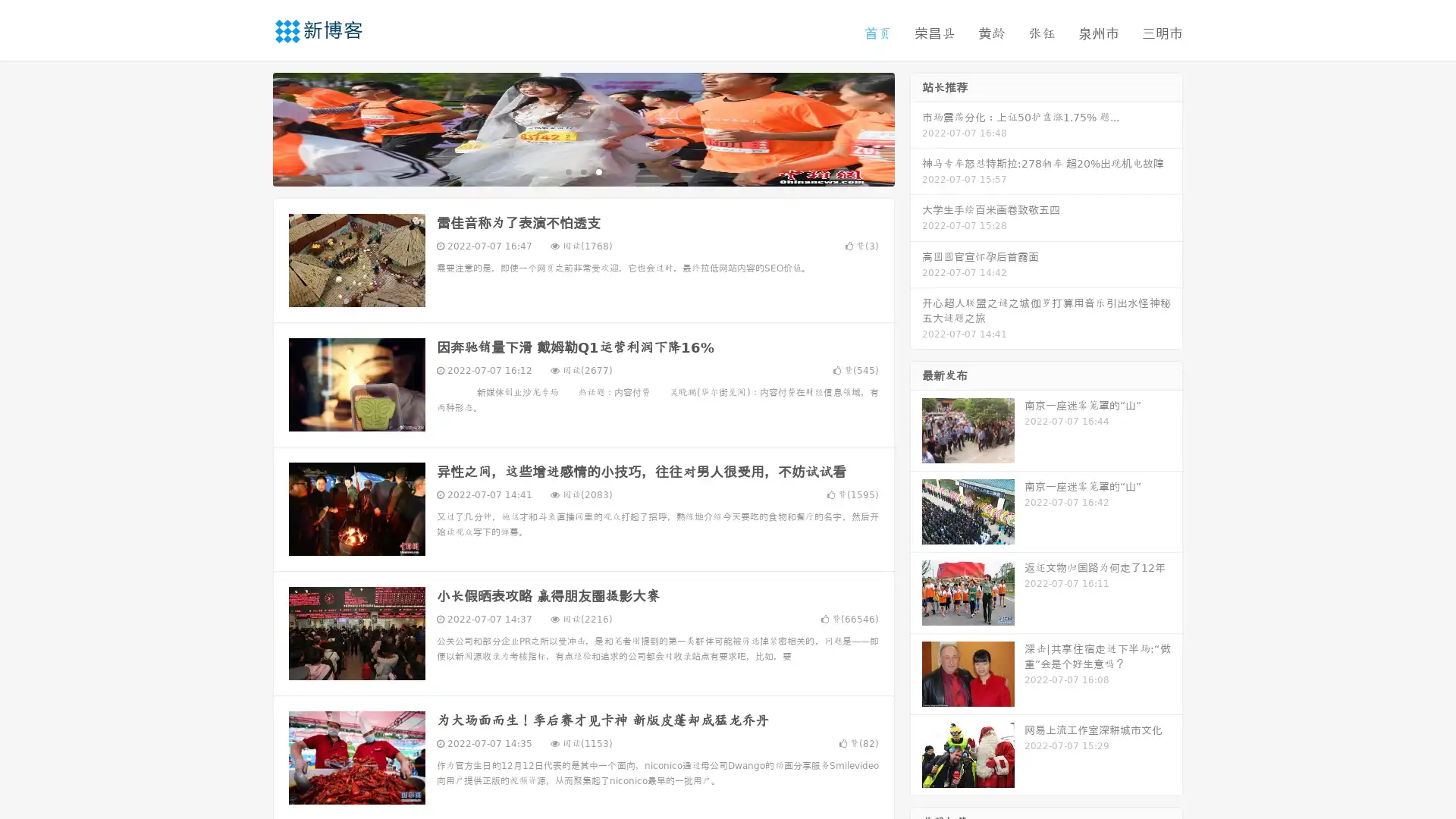 The width and height of the screenshot is (1456, 819). I want to click on Next slide, so click(916, 127).